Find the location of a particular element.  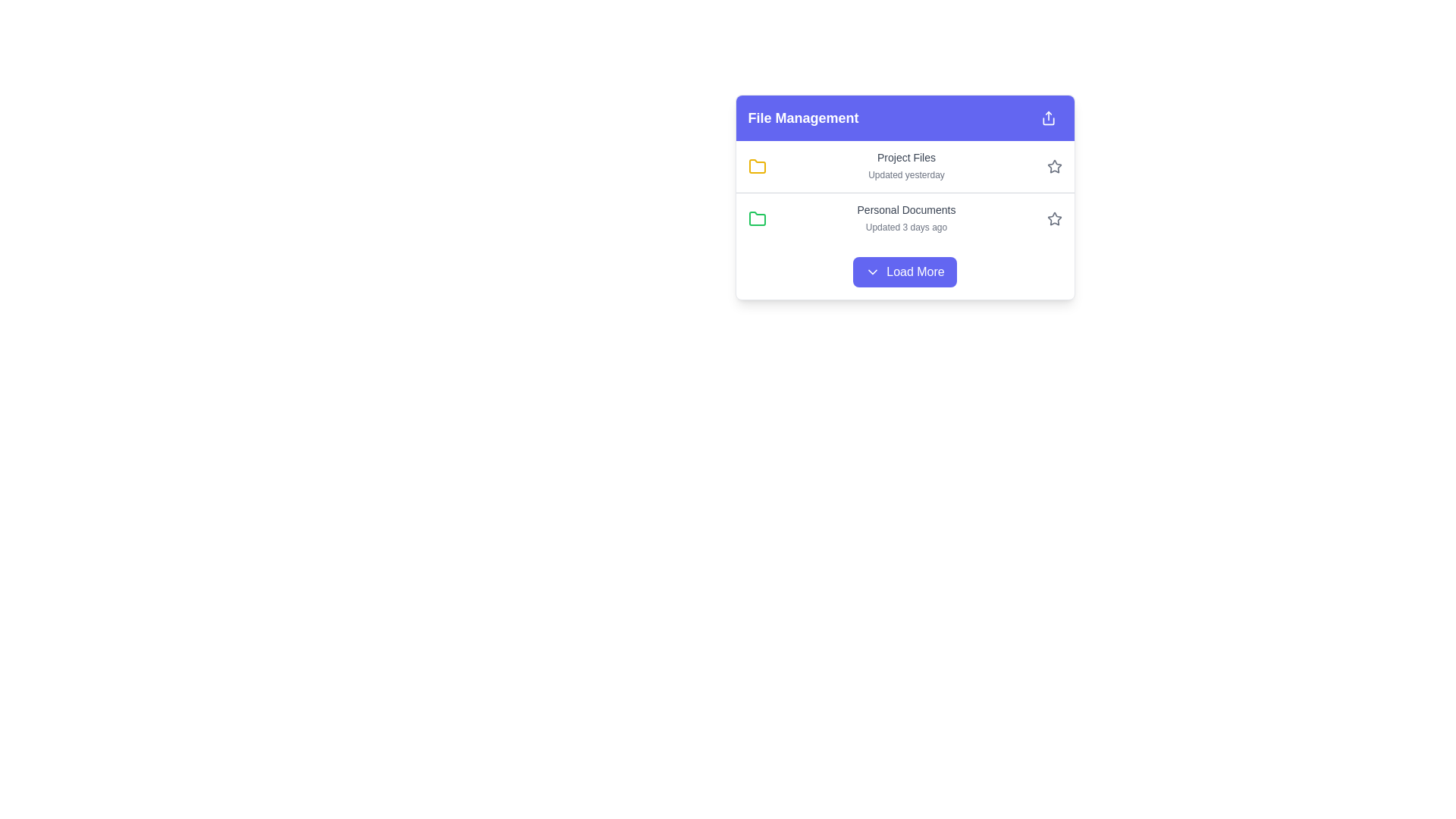

the 'Personal Documents' label in the File Management section to focus or select the associated folder is located at coordinates (906, 219).